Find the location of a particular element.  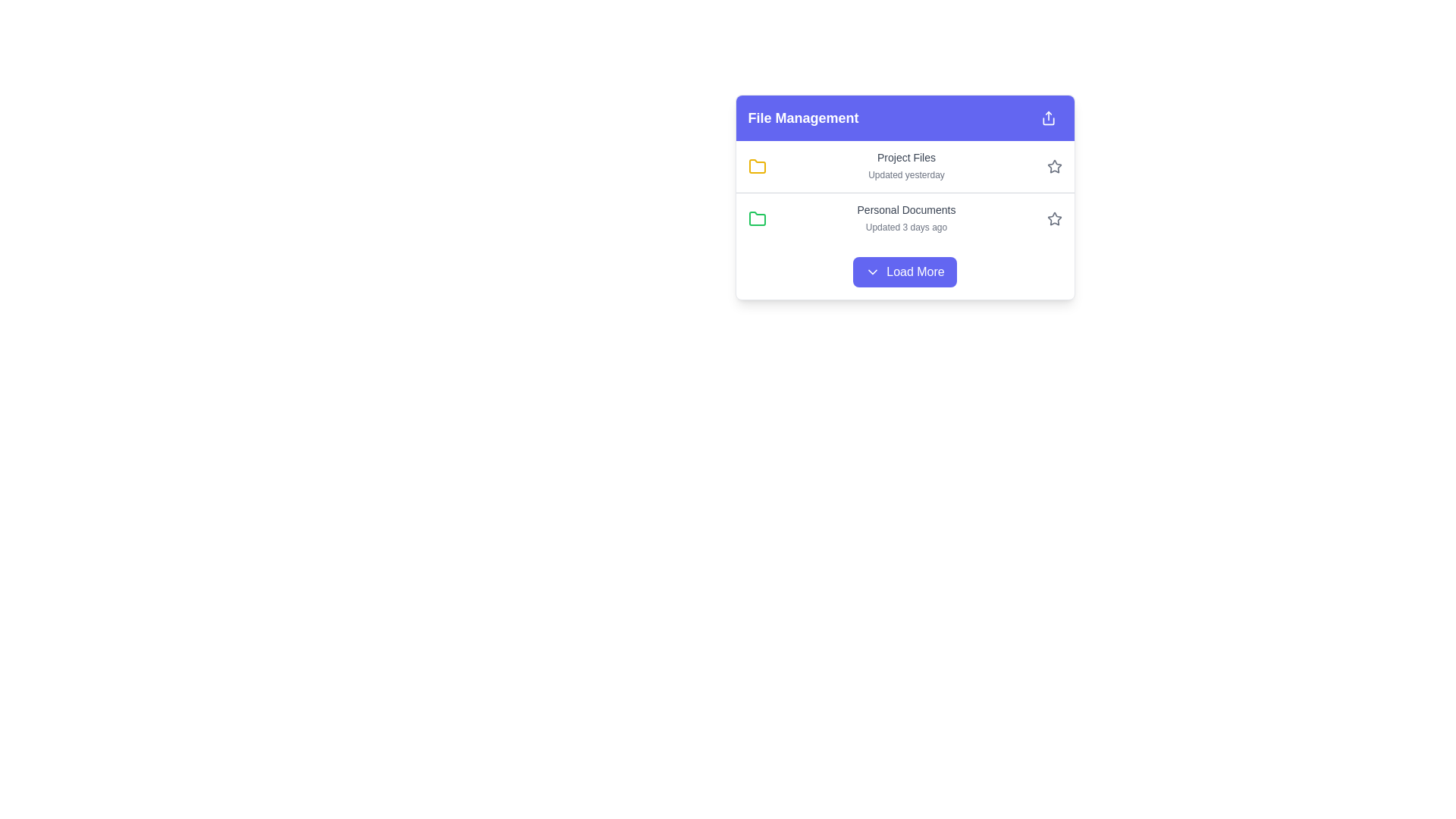

the 'Personal Documents' label in the File Management section to focus or select the associated folder is located at coordinates (906, 219).